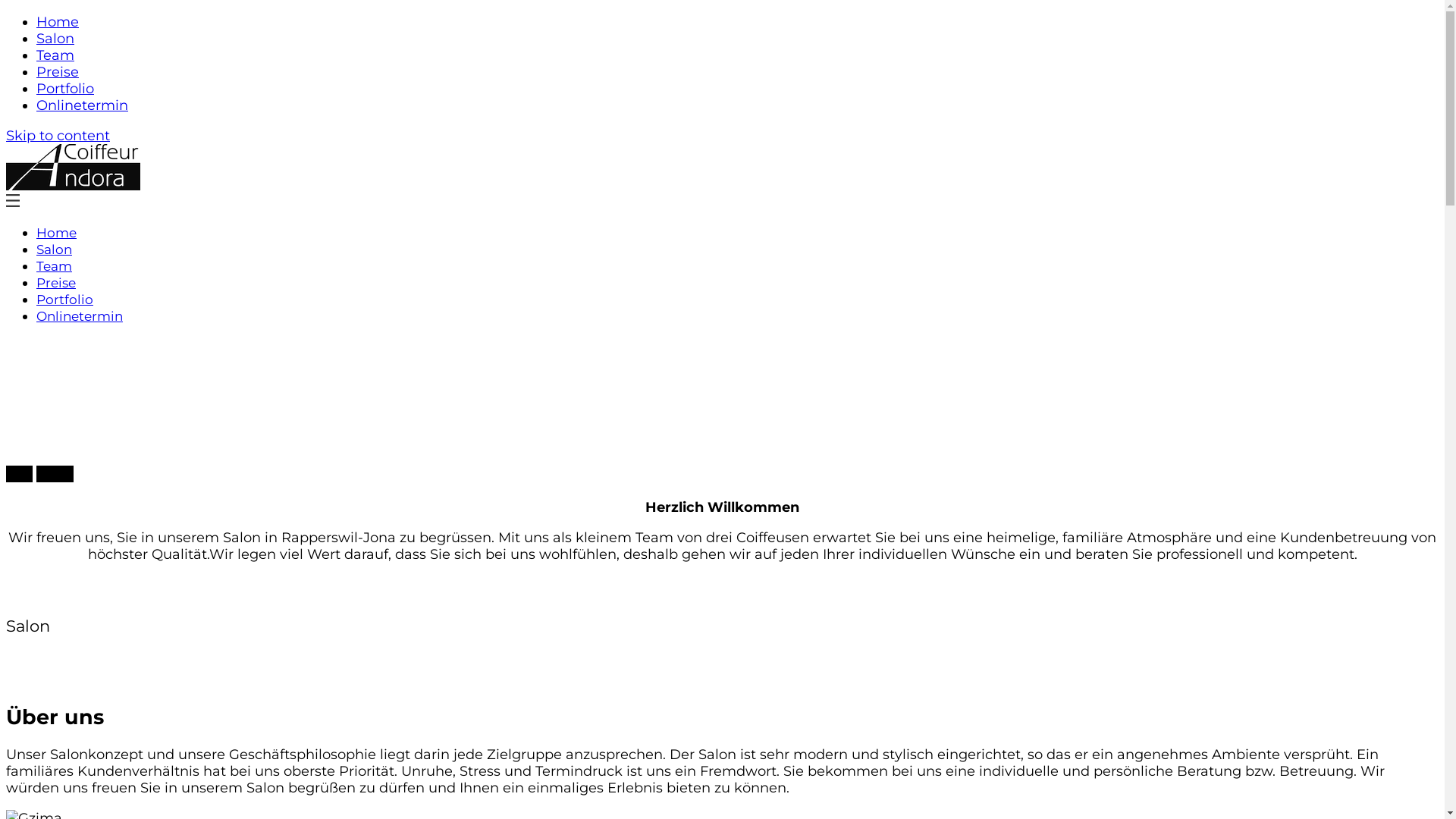 The width and height of the screenshot is (1456, 819). What do you see at coordinates (36, 283) in the screenshot?
I see `'Preise'` at bounding box center [36, 283].